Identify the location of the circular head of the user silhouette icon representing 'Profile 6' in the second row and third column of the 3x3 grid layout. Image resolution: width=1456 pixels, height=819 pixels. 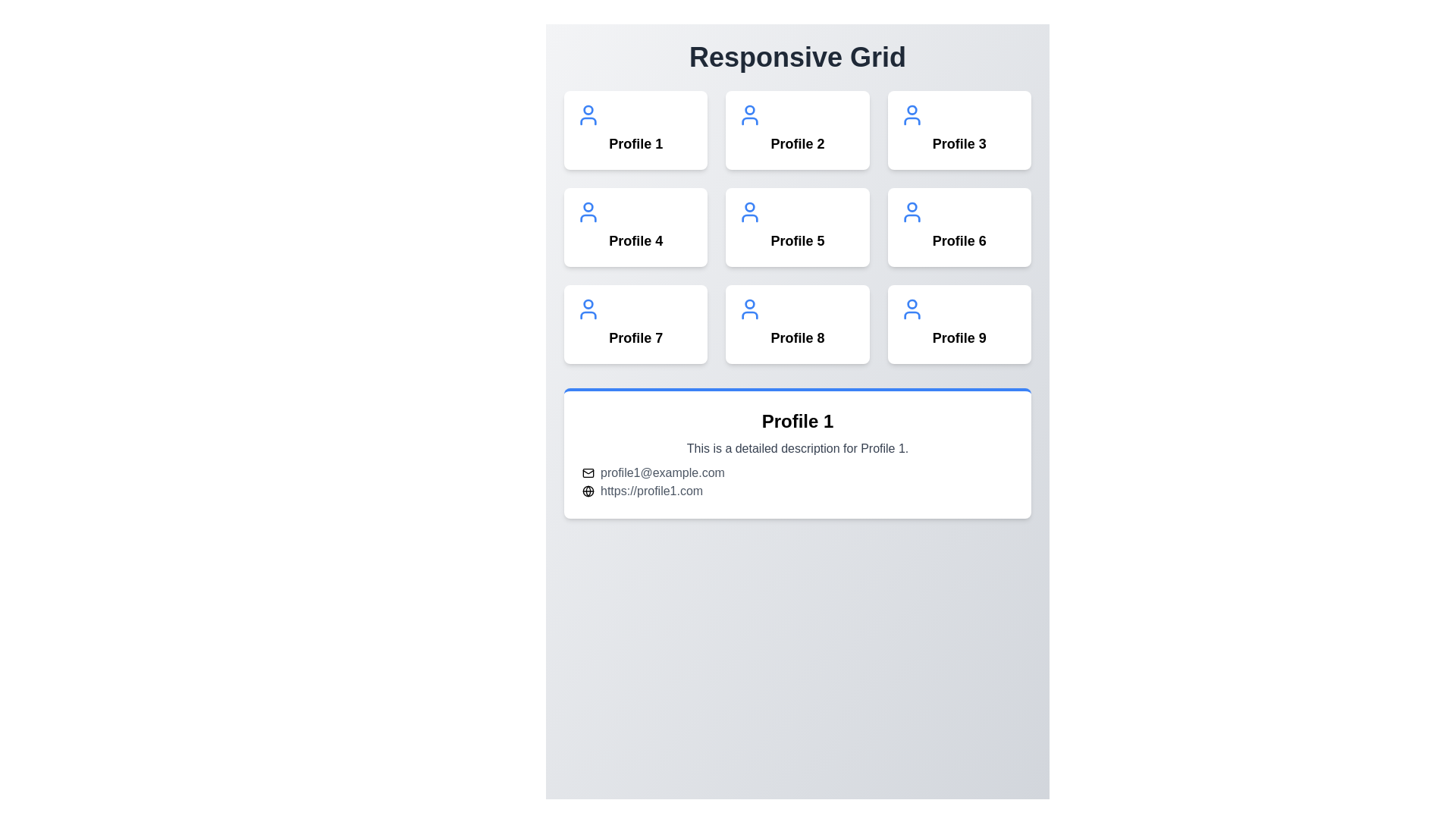
(911, 207).